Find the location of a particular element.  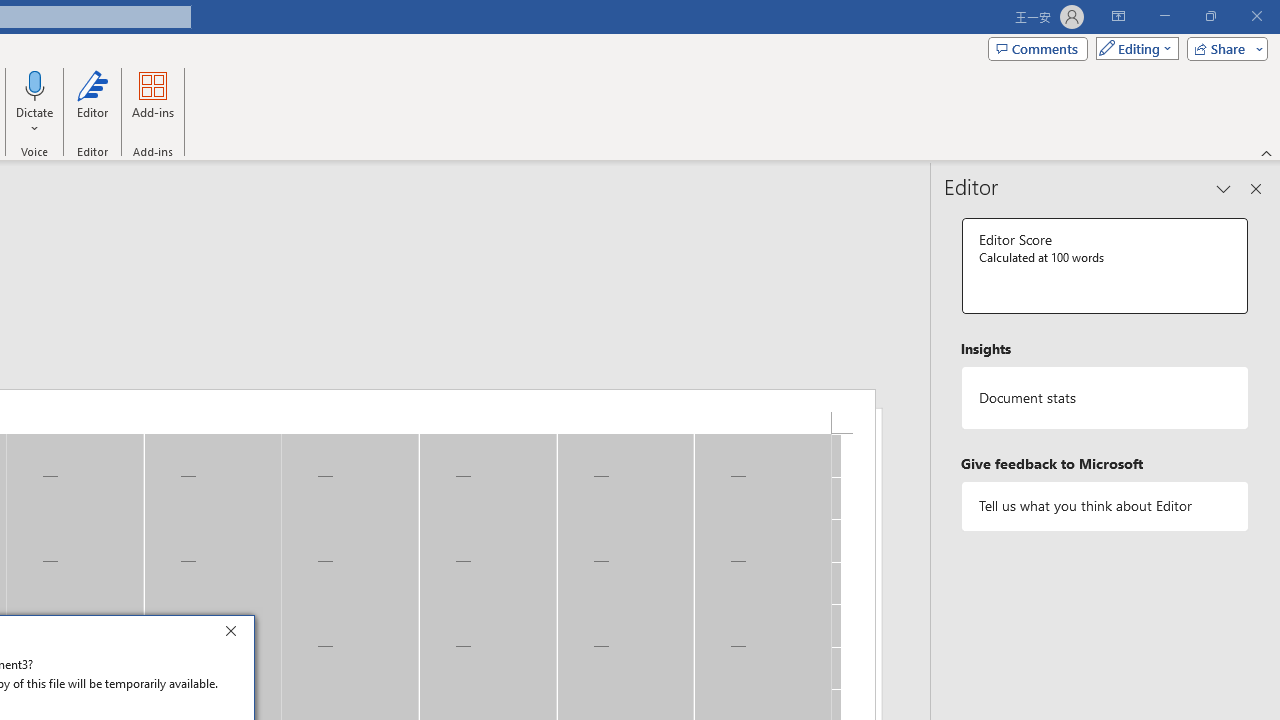

'Task Pane Options' is located at coordinates (1223, 189).